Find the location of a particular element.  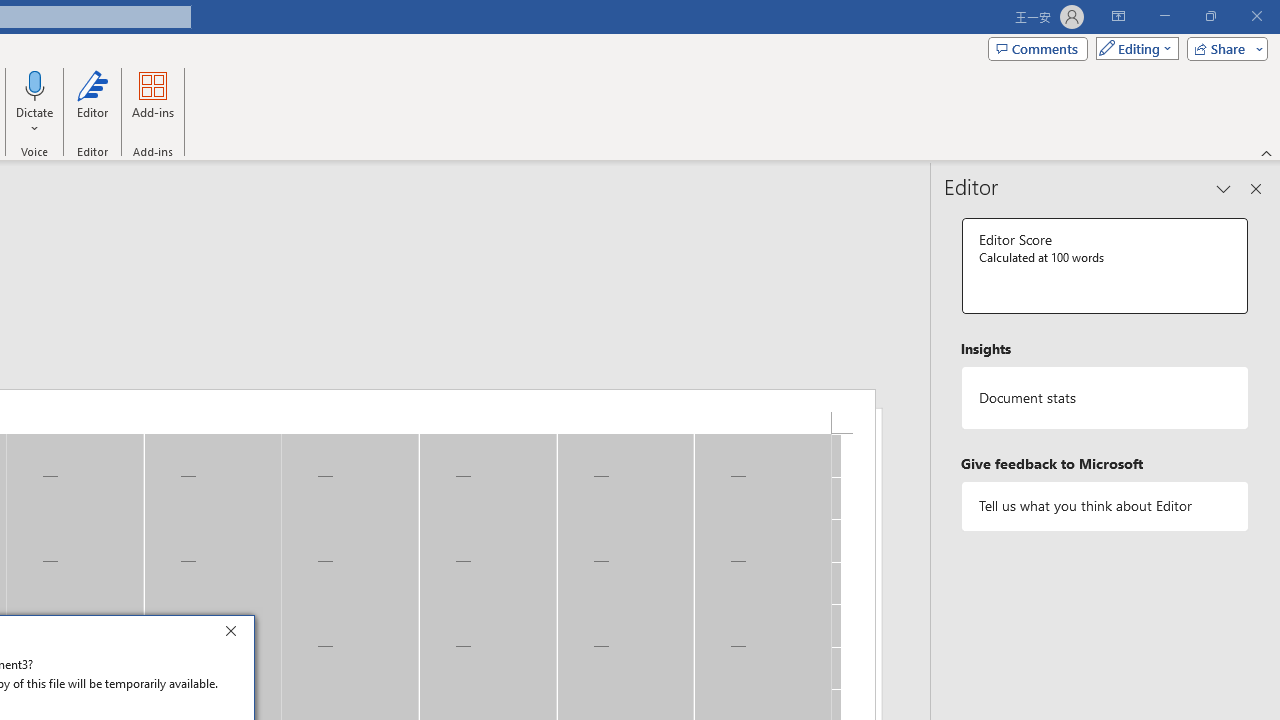

'Task Pane Options' is located at coordinates (1223, 189).